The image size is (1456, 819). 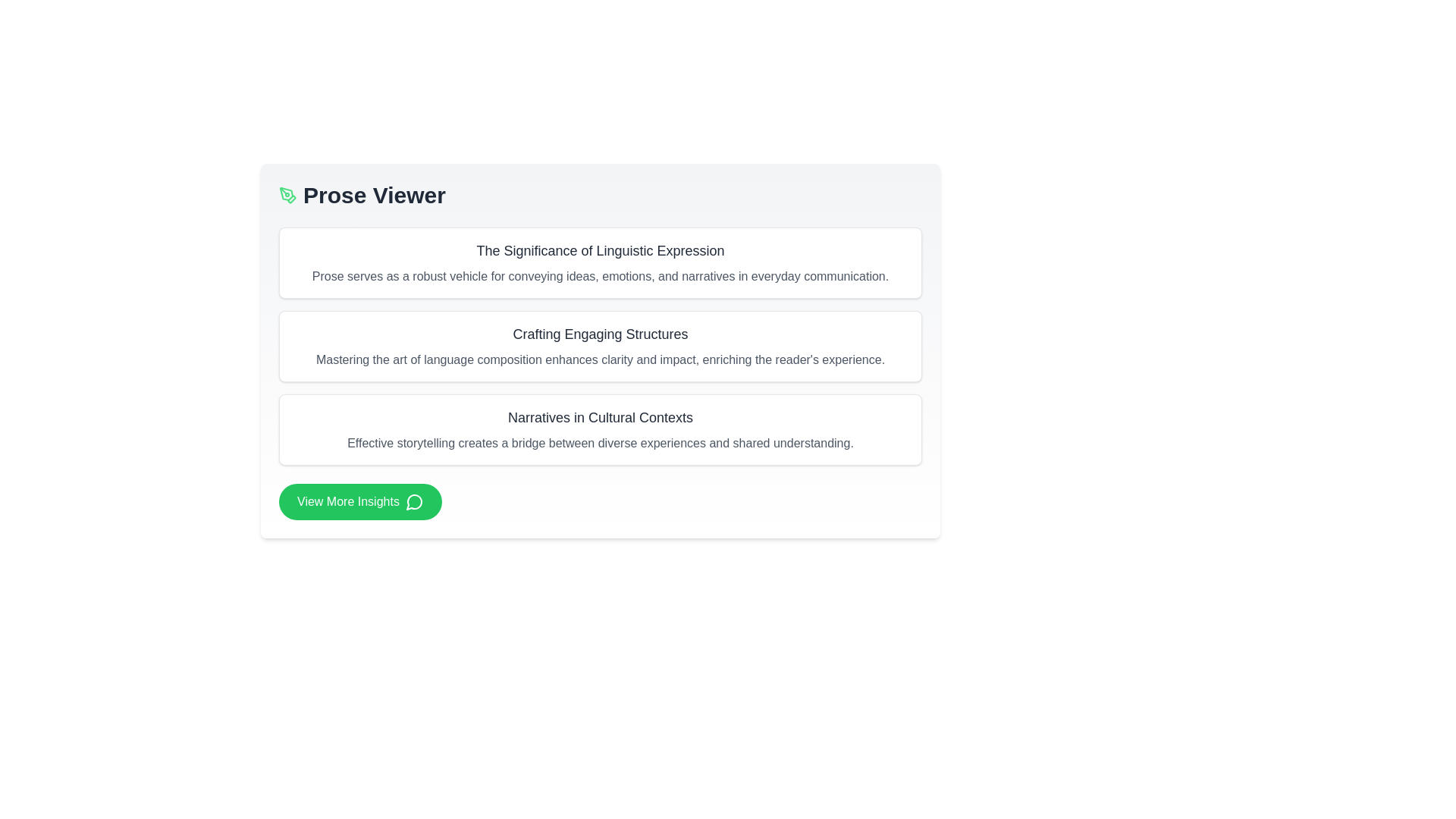 What do you see at coordinates (600, 195) in the screenshot?
I see `the heading element that reads 'Prose Viewer', styled with bold text and accompanied by a pen icon, located at the top of the content section` at bounding box center [600, 195].